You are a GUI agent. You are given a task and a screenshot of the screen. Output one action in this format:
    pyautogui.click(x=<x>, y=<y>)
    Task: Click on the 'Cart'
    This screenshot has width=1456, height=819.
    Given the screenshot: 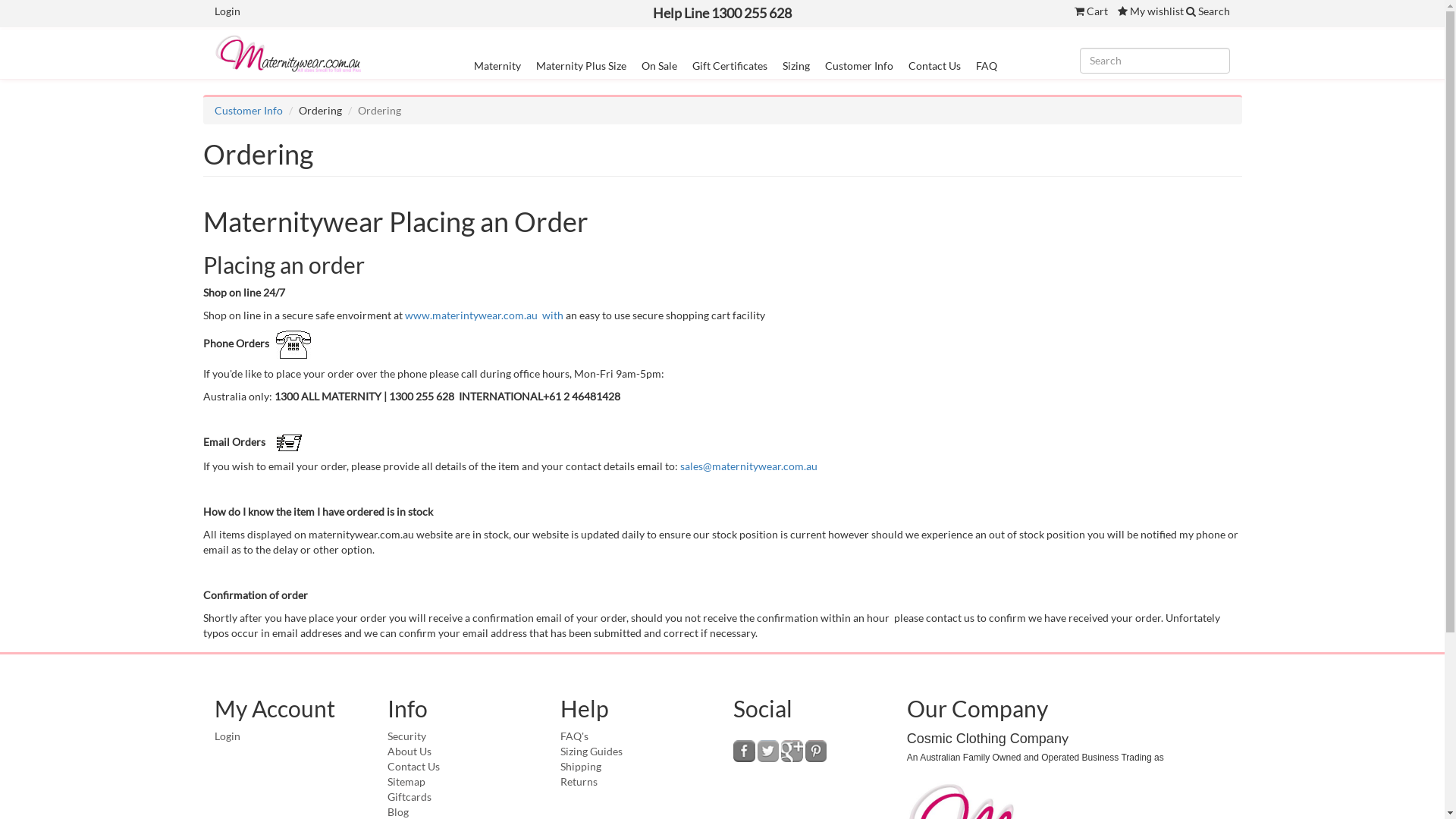 What is the action you would take?
    pyautogui.click(x=1090, y=11)
    